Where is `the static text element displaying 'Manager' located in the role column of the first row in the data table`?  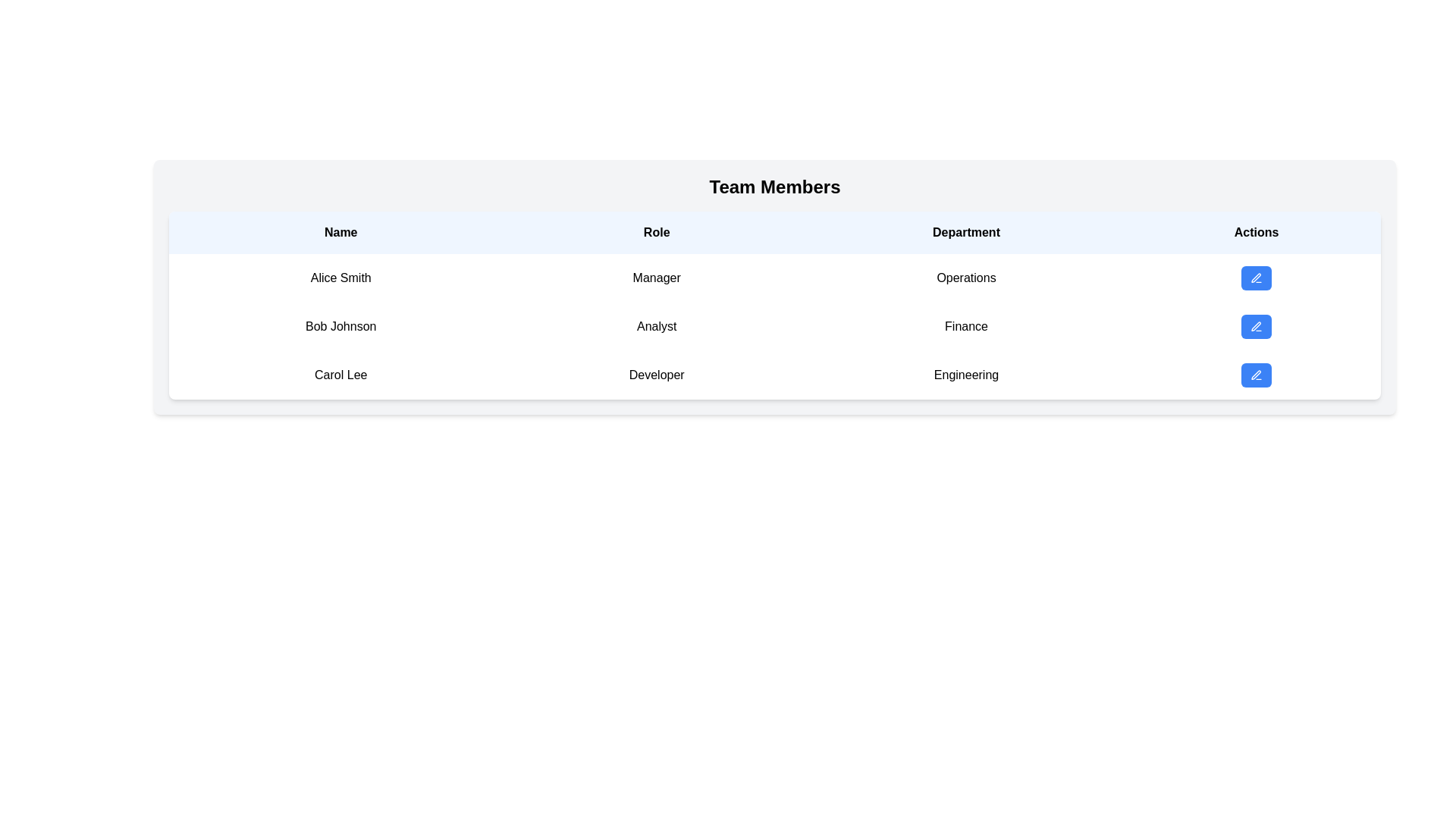 the static text element displaying 'Manager' located in the role column of the first row in the data table is located at coordinates (657, 278).